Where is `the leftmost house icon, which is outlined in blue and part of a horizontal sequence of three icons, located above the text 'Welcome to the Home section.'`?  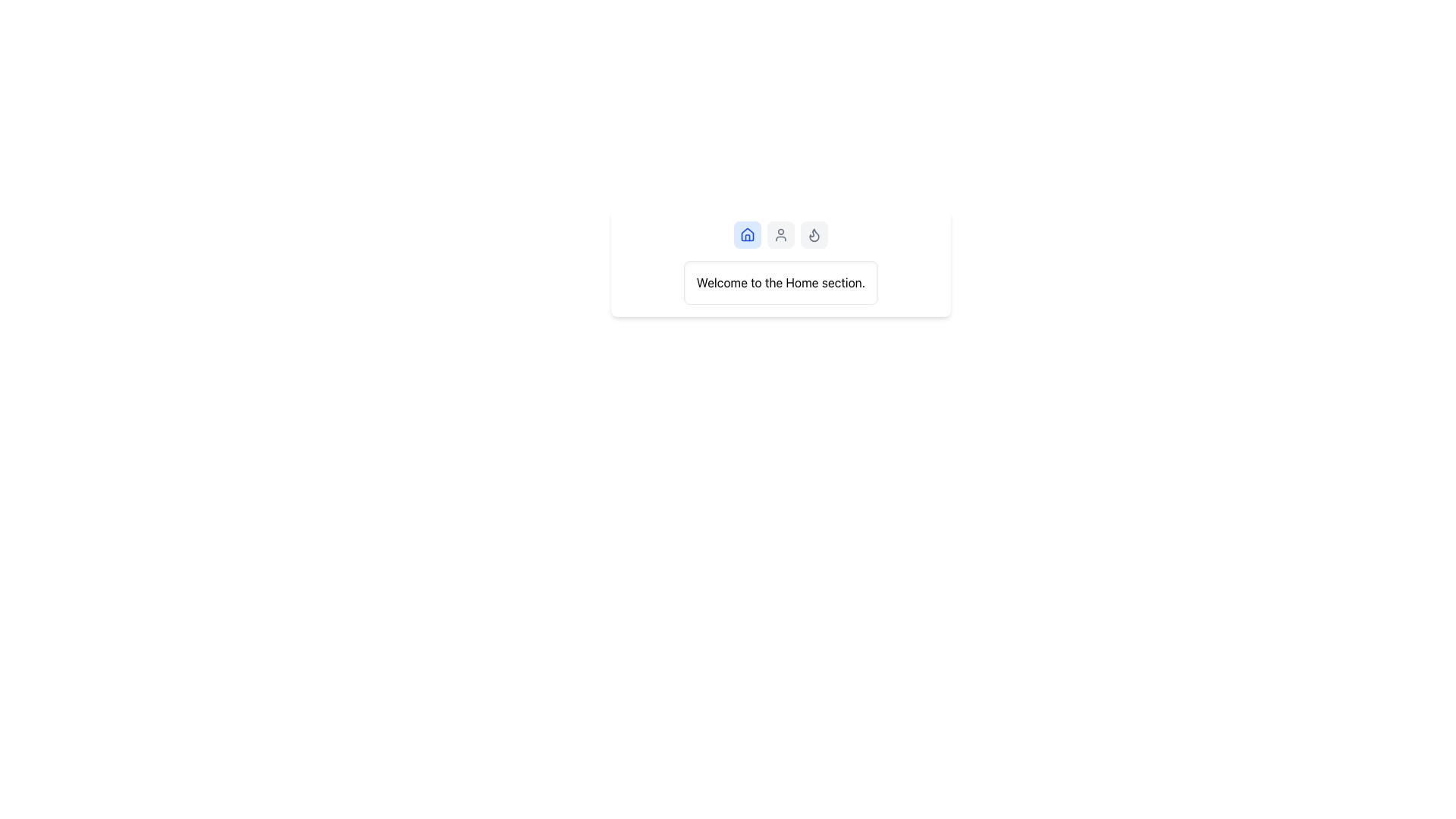 the leftmost house icon, which is outlined in blue and part of a horizontal sequence of three icons, located above the text 'Welcome to the Home section.' is located at coordinates (747, 234).